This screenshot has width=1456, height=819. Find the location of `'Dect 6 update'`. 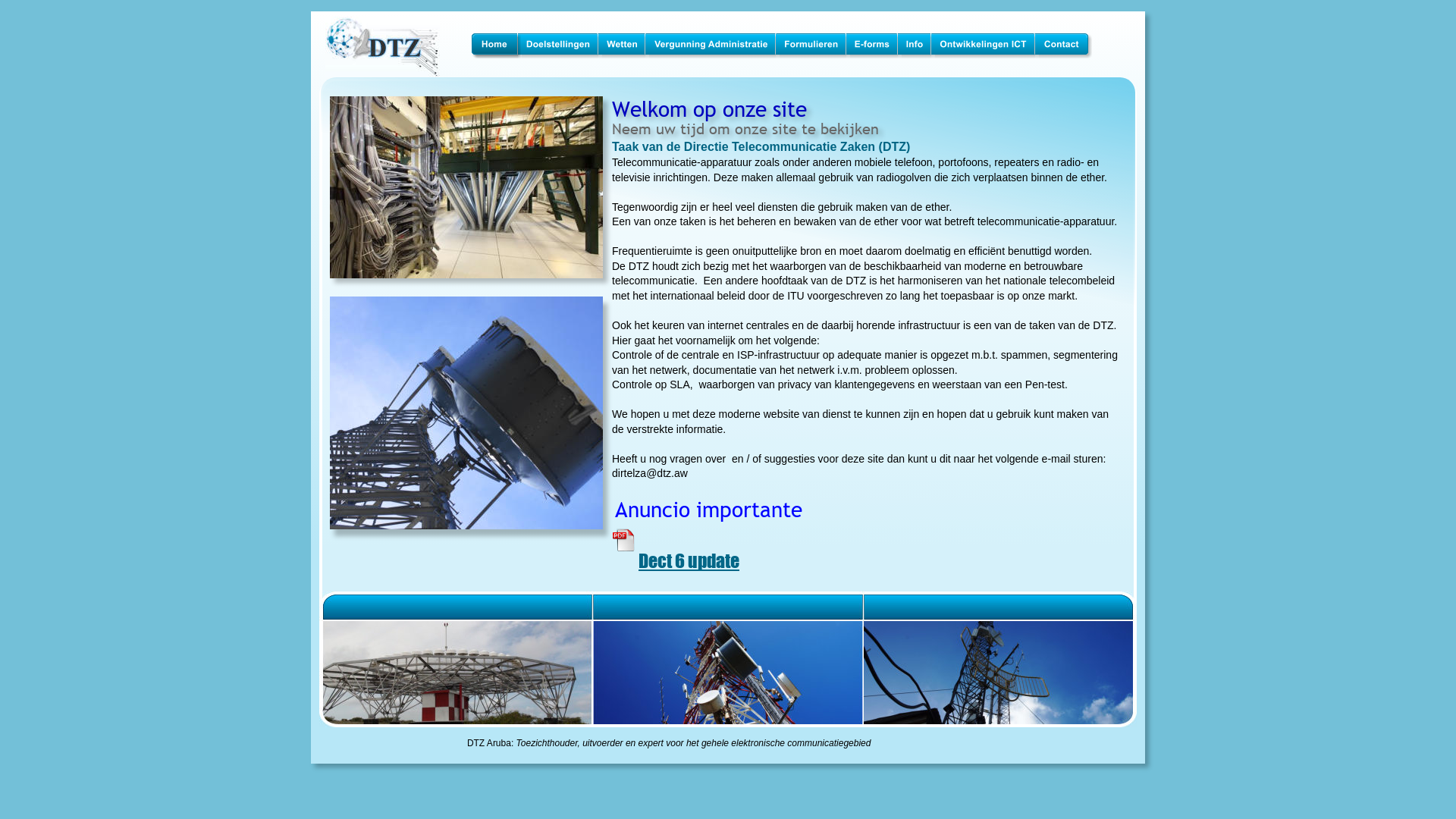

'Dect 6 update' is located at coordinates (688, 560).